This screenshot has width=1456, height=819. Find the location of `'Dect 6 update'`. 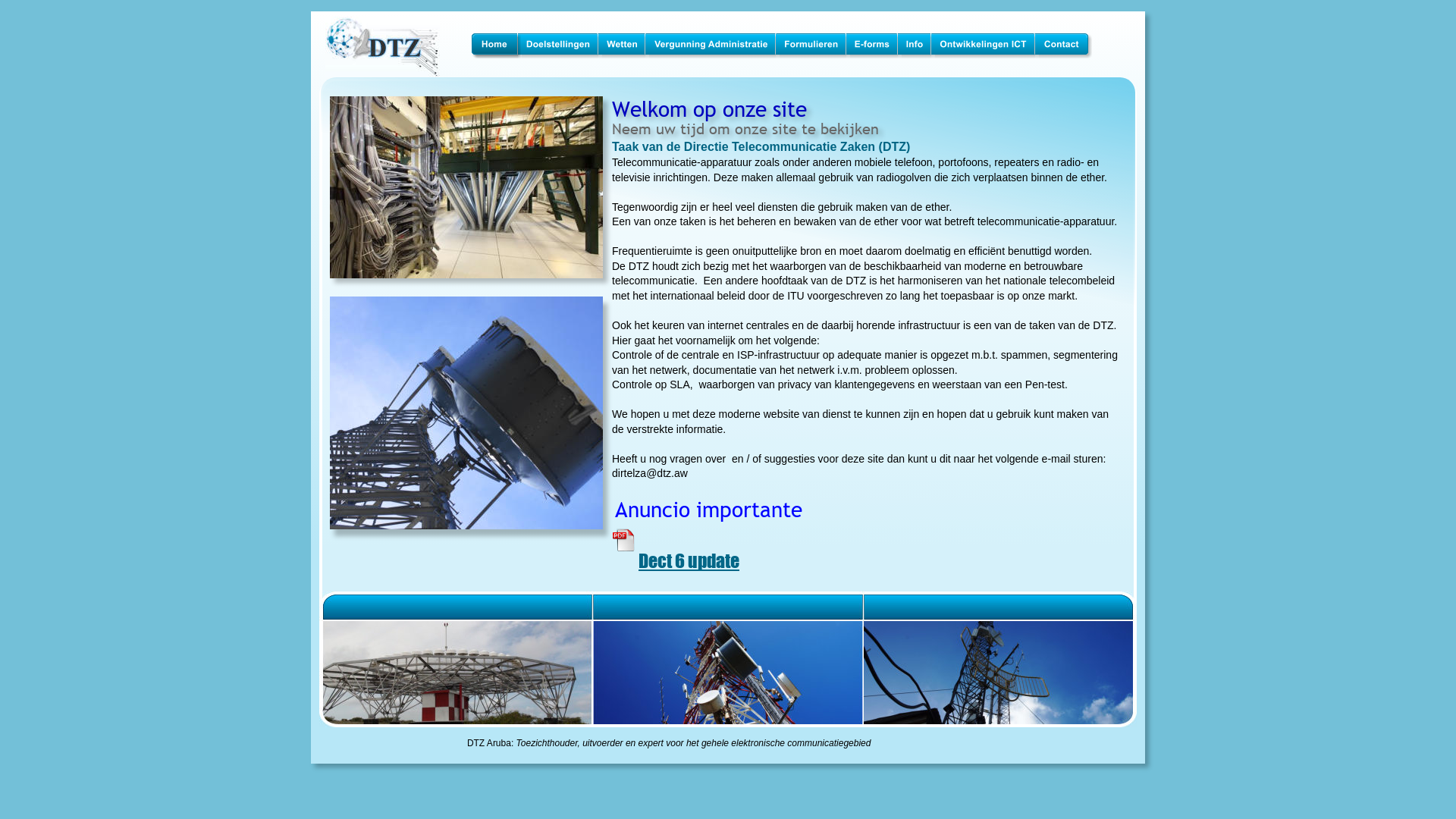

'Dect 6 update' is located at coordinates (688, 560).